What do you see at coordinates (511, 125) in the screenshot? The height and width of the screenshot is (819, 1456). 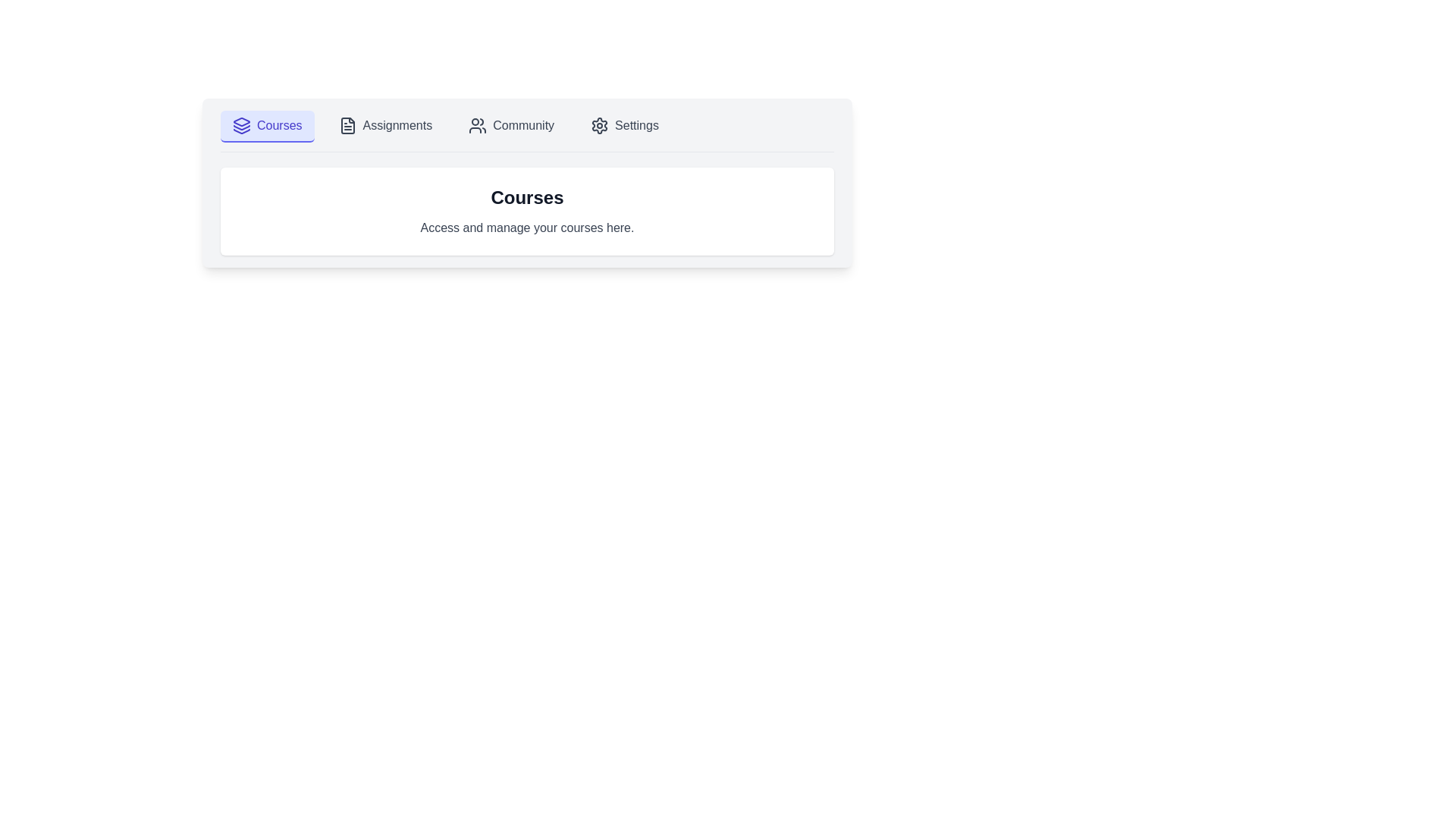 I see `the 'Community' button, which is a light-themed horizontal button with a user icon and the text 'Community'` at bounding box center [511, 125].